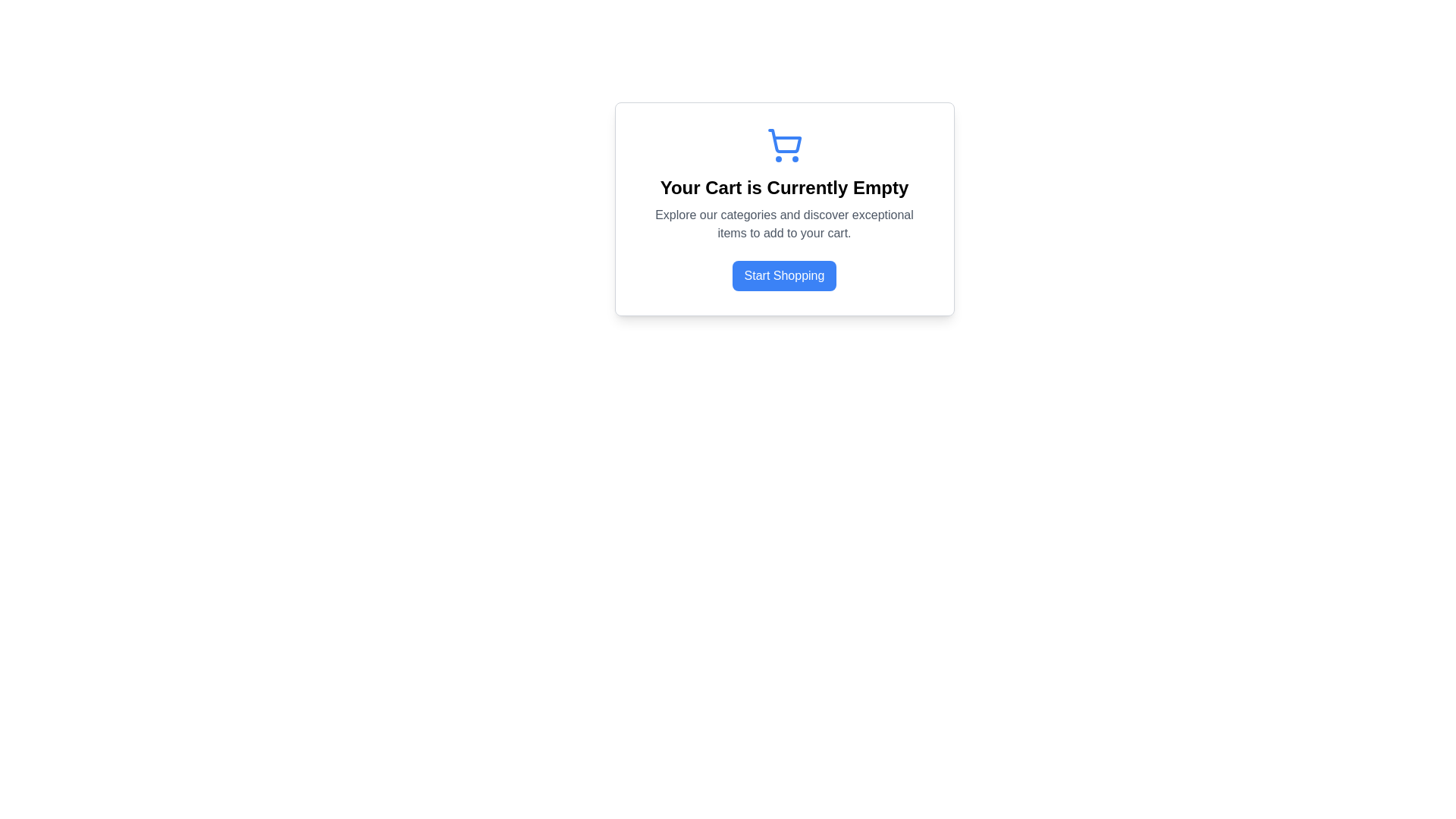 This screenshot has height=819, width=1456. What do you see at coordinates (784, 141) in the screenshot?
I see `the shopping cart icon's rectangular body, which is styled with a hollow stroke and simple curves, located above the text 'Your Cart is Currently Empty'` at bounding box center [784, 141].